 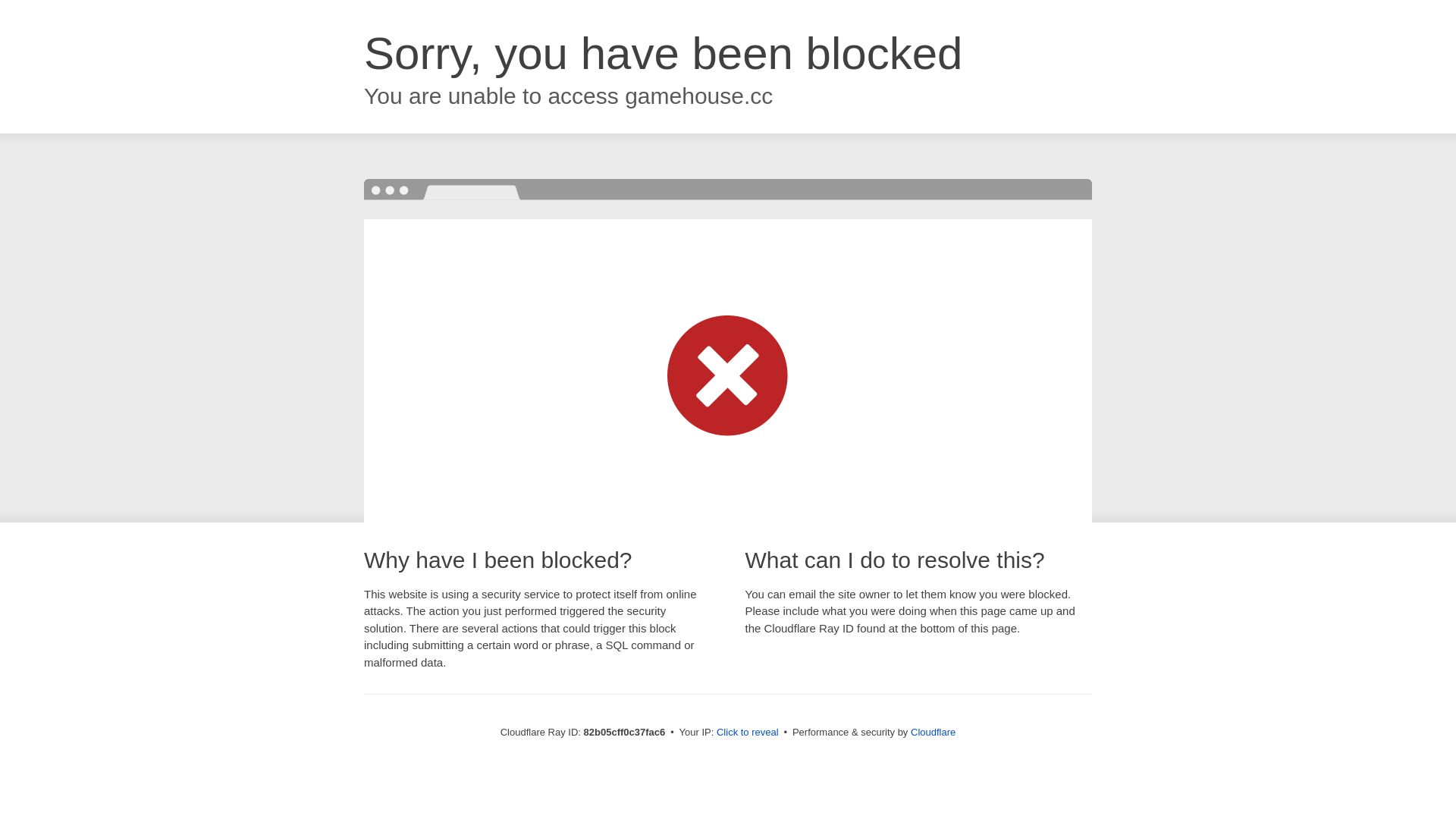 What do you see at coordinates (716, 731) in the screenshot?
I see `'Click to reveal'` at bounding box center [716, 731].